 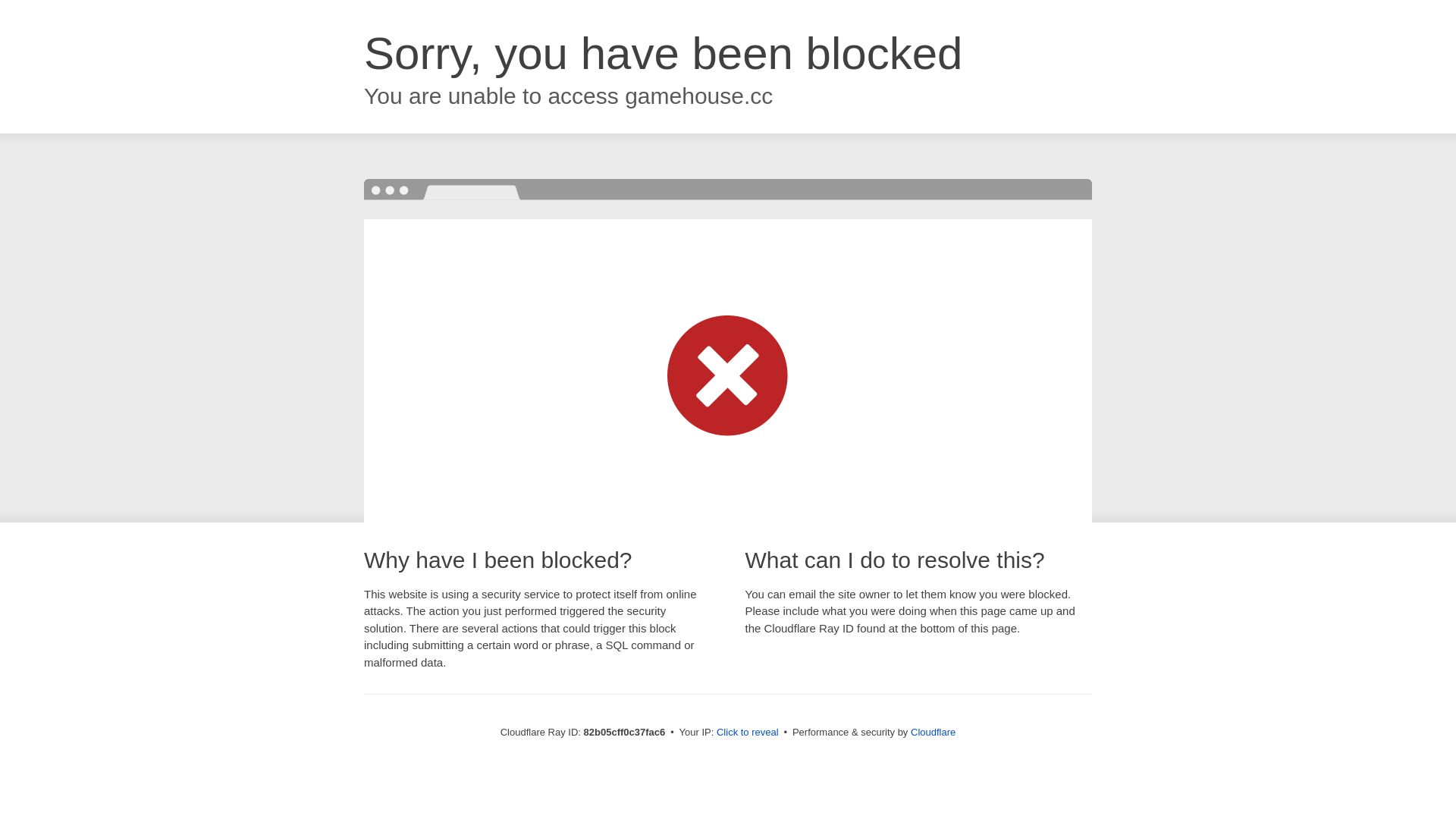 What do you see at coordinates (716, 731) in the screenshot?
I see `'Click to reveal'` at bounding box center [716, 731].